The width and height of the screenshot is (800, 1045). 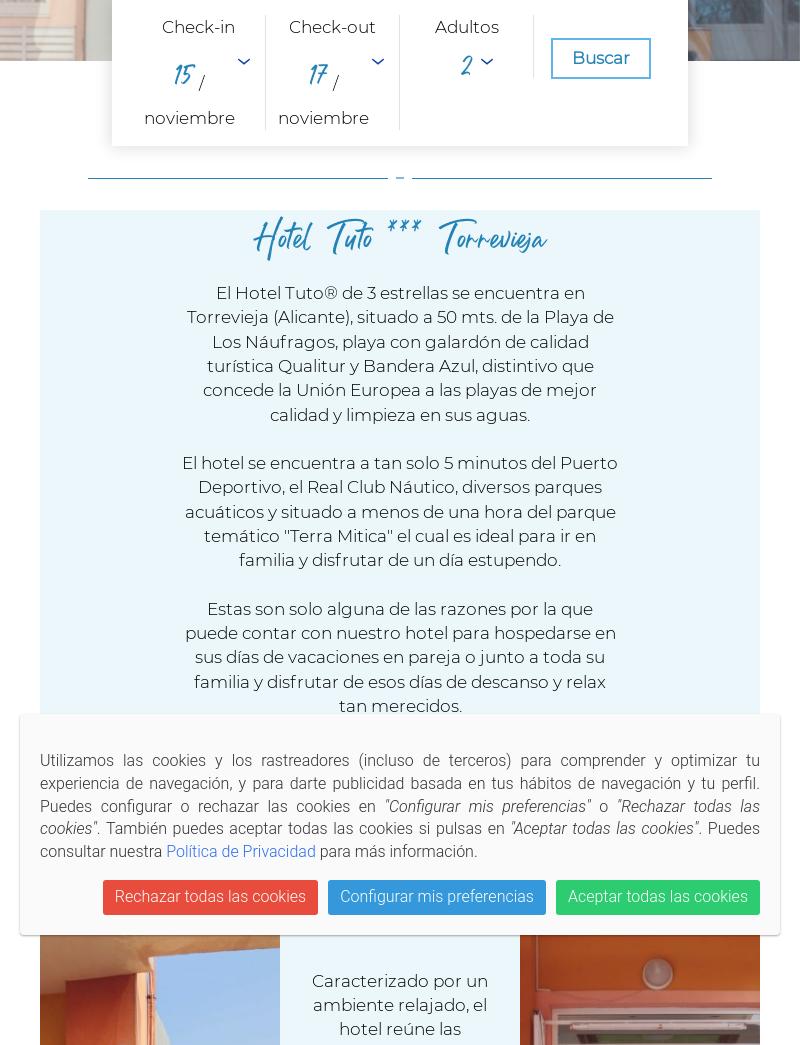 I want to click on 'Check-out', so click(x=331, y=25).